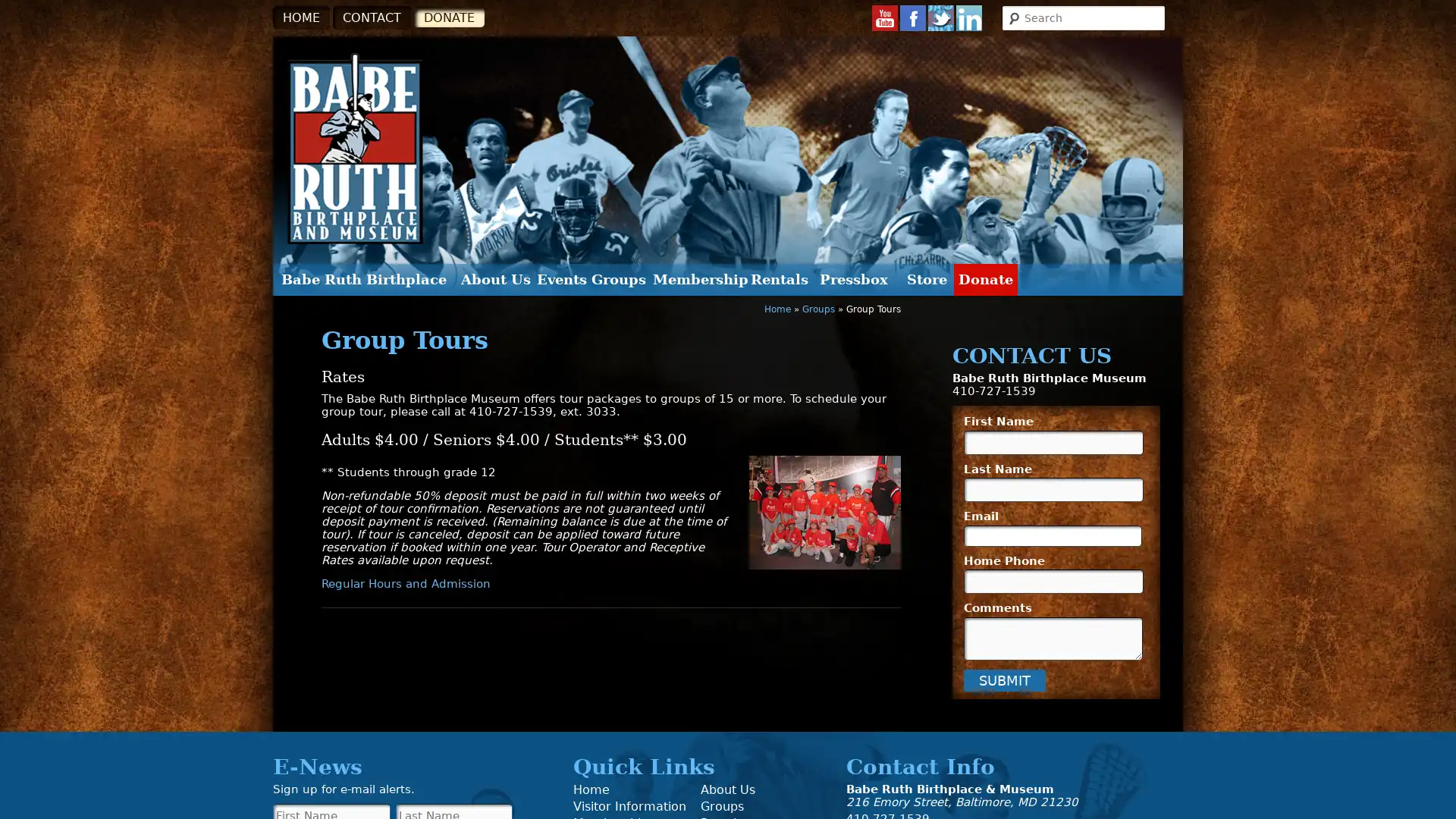 This screenshot has height=819, width=1456. Describe the element at coordinates (1004, 679) in the screenshot. I see `SUBMIT` at that location.